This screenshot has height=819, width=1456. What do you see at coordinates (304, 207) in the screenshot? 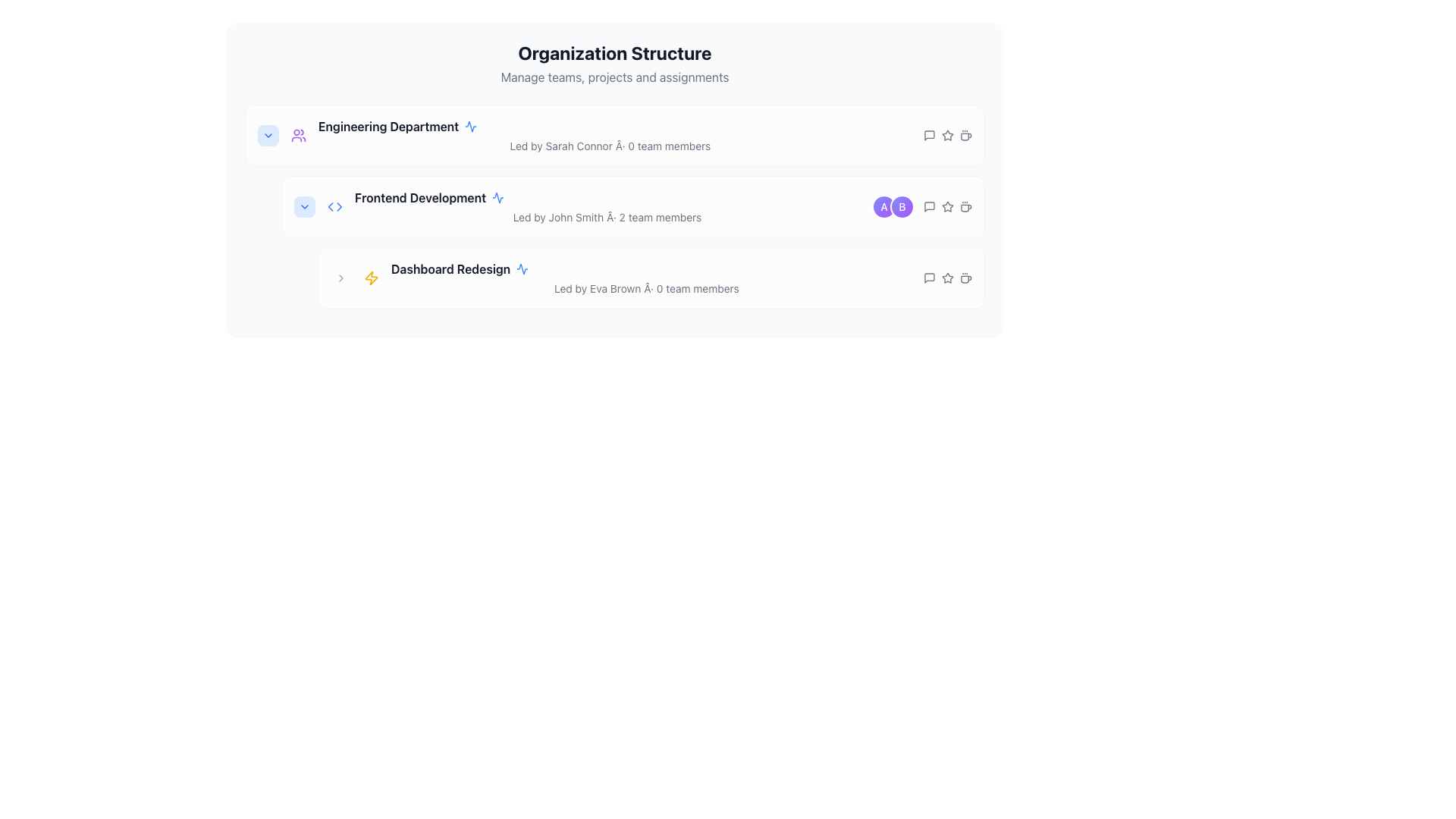
I see `the toggle button` at bounding box center [304, 207].